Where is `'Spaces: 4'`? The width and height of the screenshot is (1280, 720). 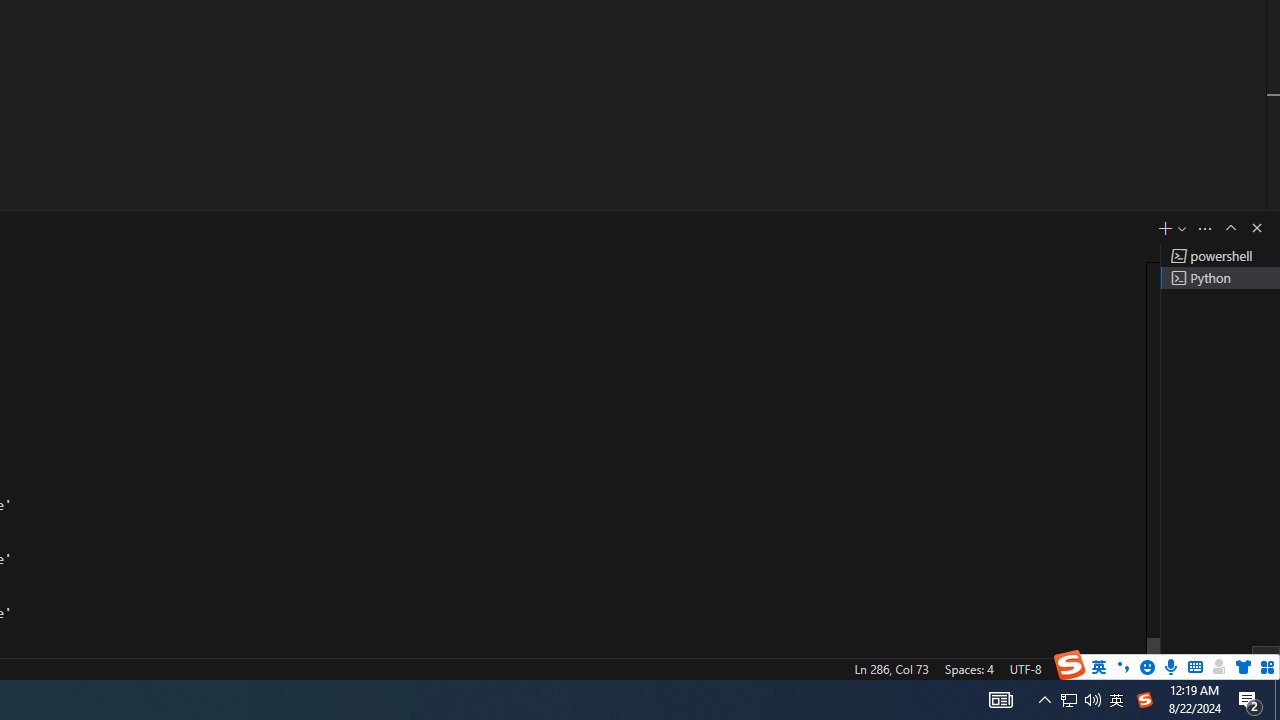 'Spaces: 4' is located at coordinates (968, 668).